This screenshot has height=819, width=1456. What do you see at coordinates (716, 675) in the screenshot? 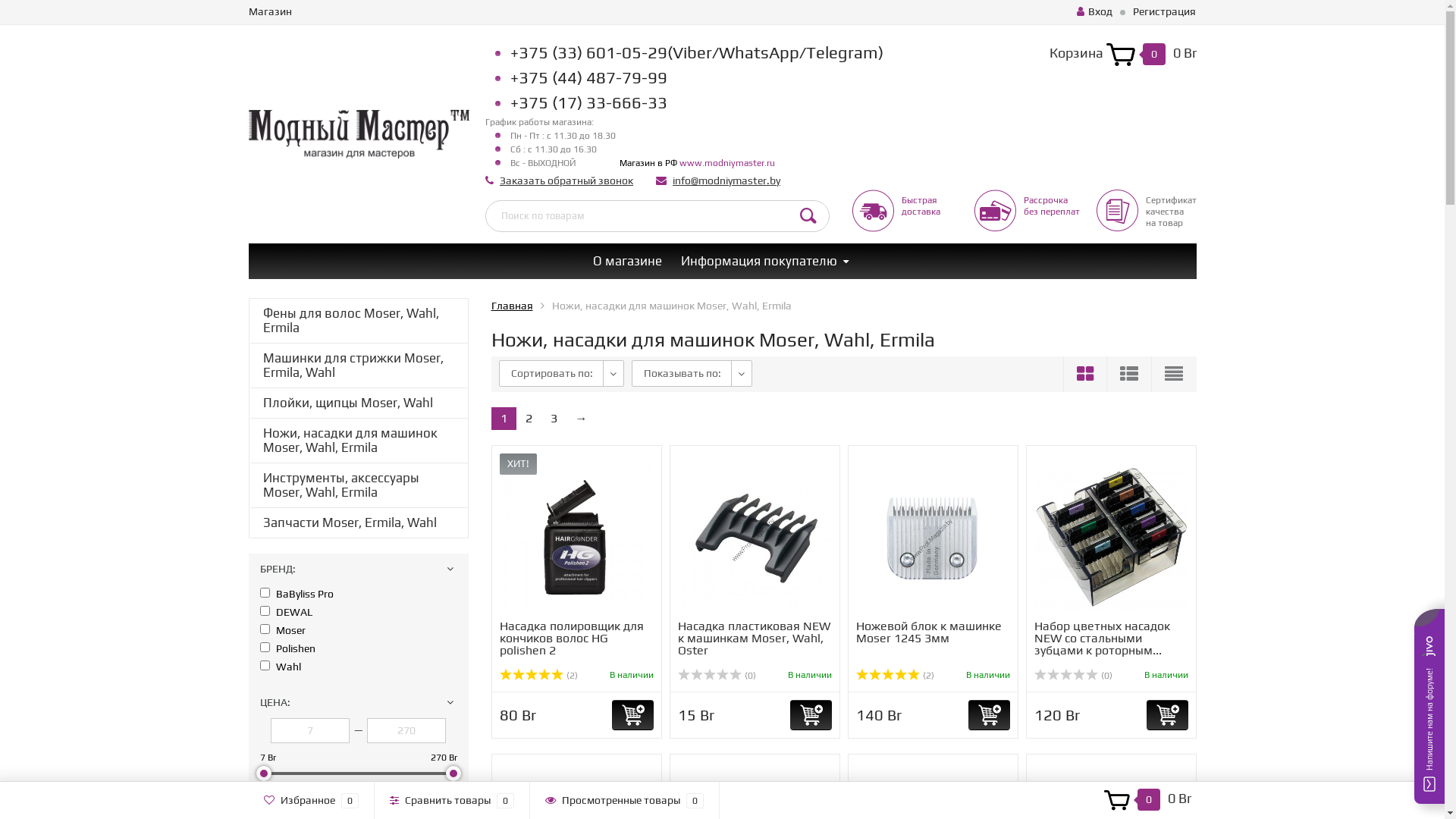
I see `'(0)'` at bounding box center [716, 675].